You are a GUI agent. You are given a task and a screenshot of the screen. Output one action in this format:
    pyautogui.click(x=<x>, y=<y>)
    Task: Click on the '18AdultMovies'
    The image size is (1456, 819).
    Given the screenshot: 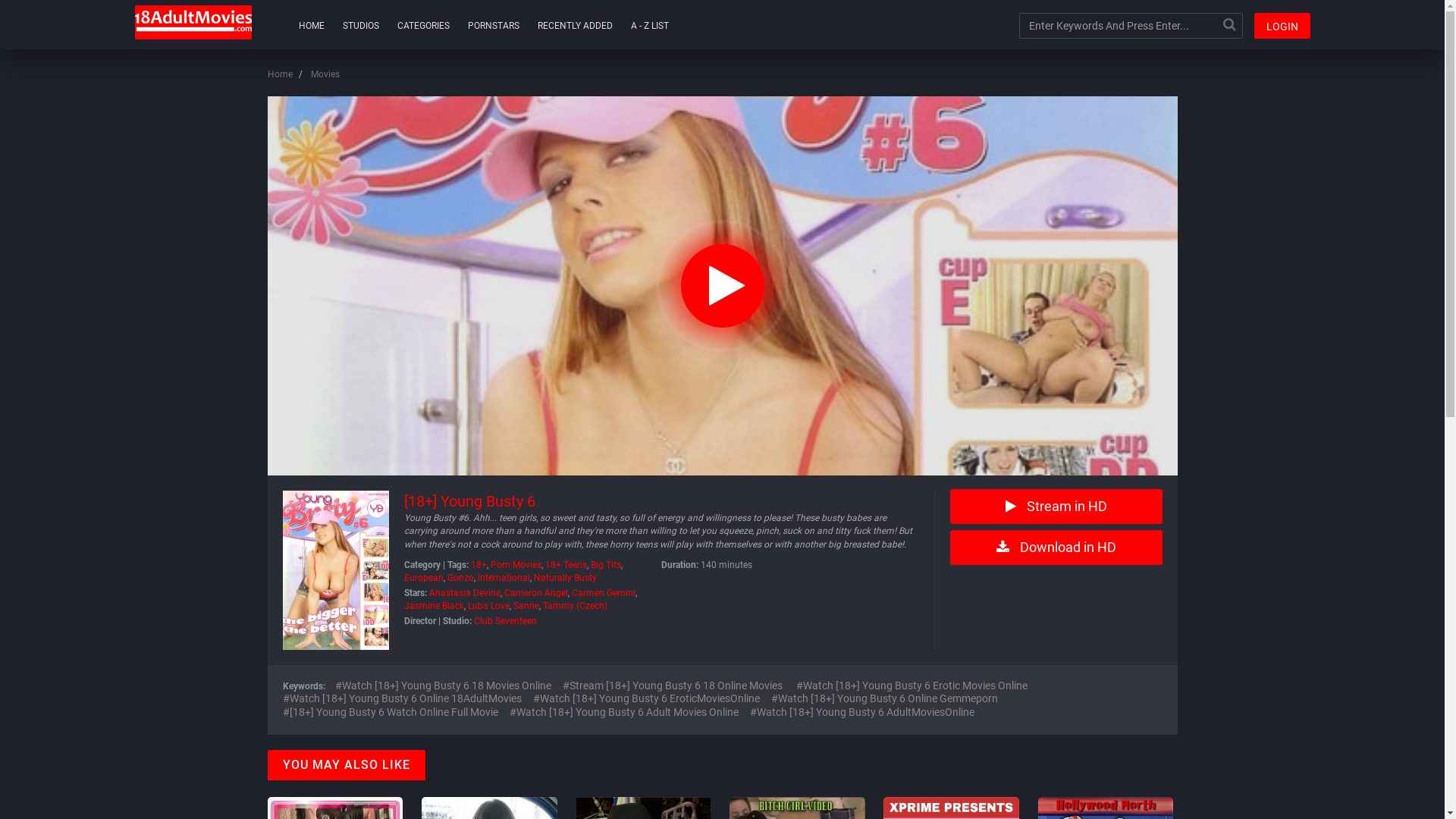 What is the action you would take?
    pyautogui.click(x=192, y=22)
    